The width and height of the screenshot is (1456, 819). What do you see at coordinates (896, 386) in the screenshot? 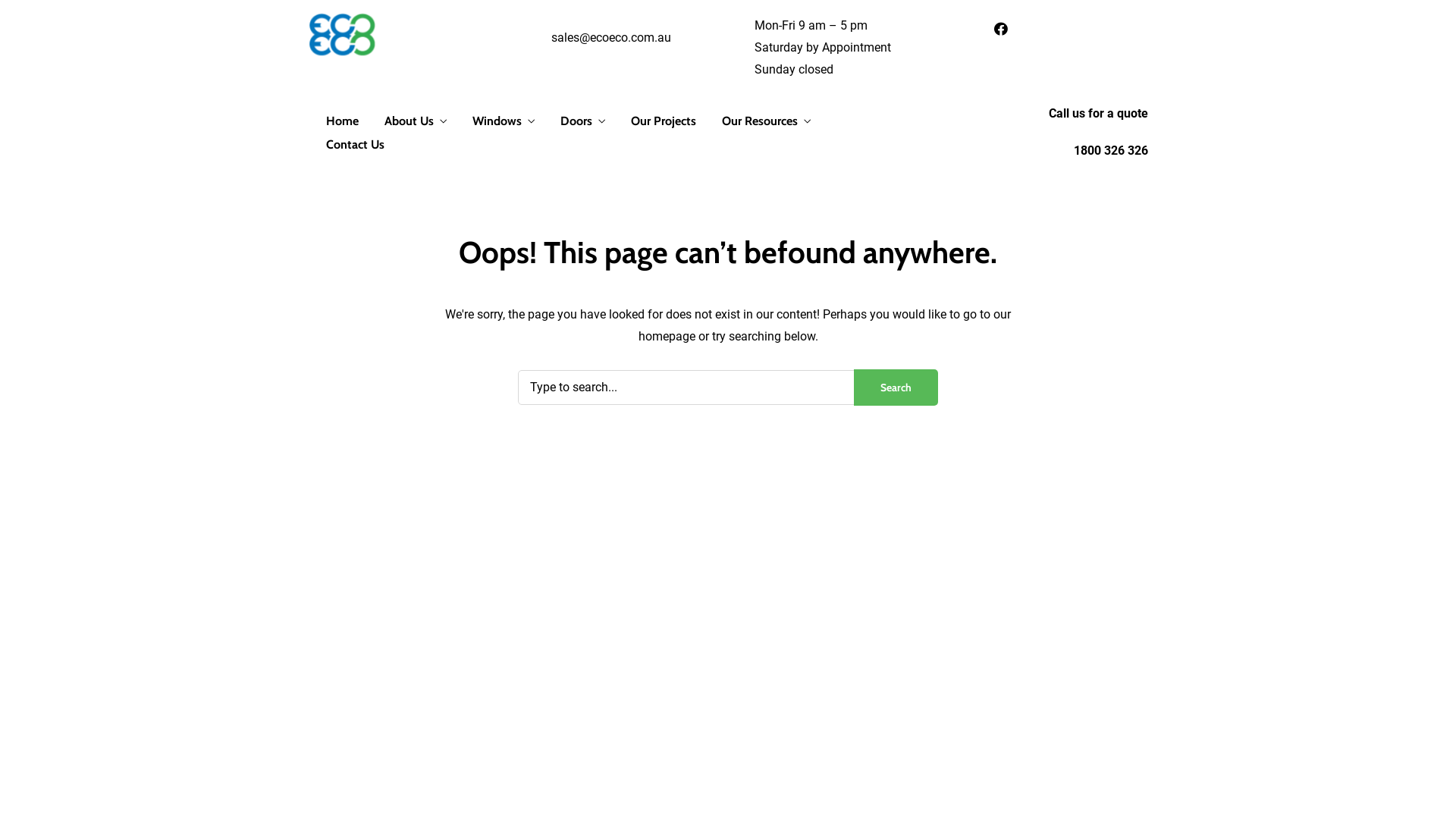
I see `'Search'` at bounding box center [896, 386].